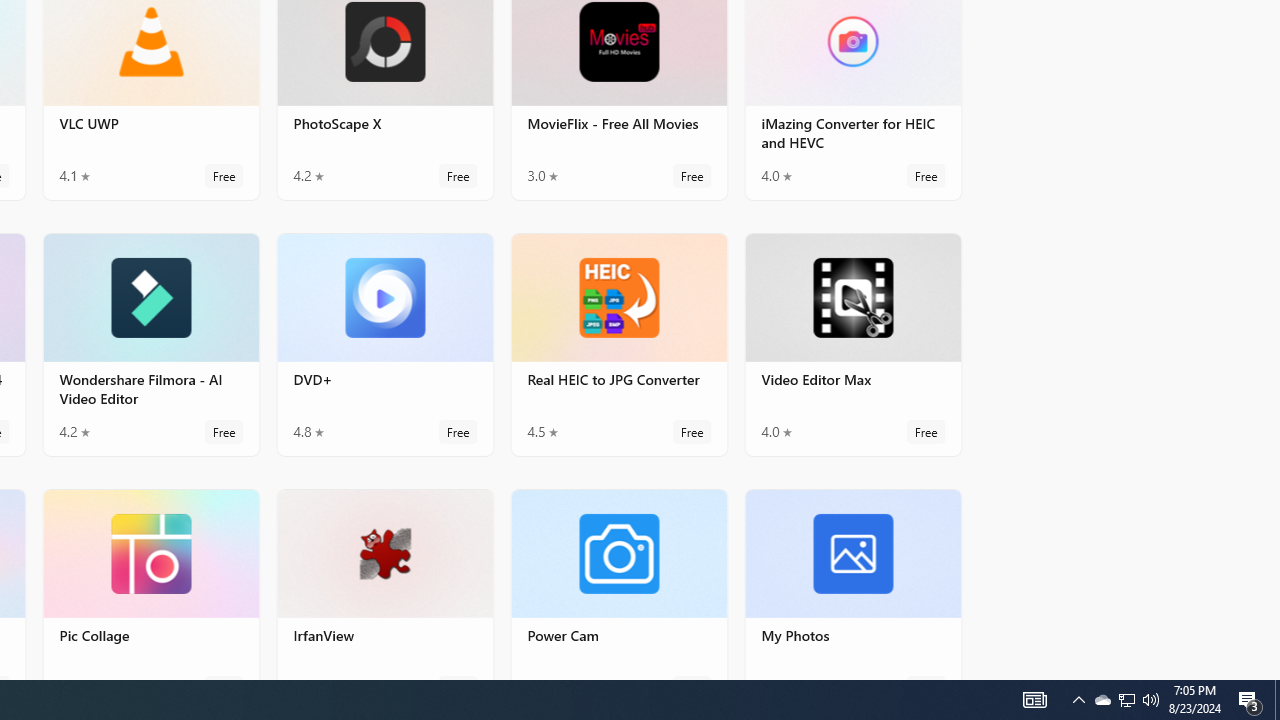 The image size is (1280, 720). Describe the element at coordinates (385, 342) in the screenshot. I see `'DVD+. Average rating of 4.8 out of five stars. Free  '` at that location.